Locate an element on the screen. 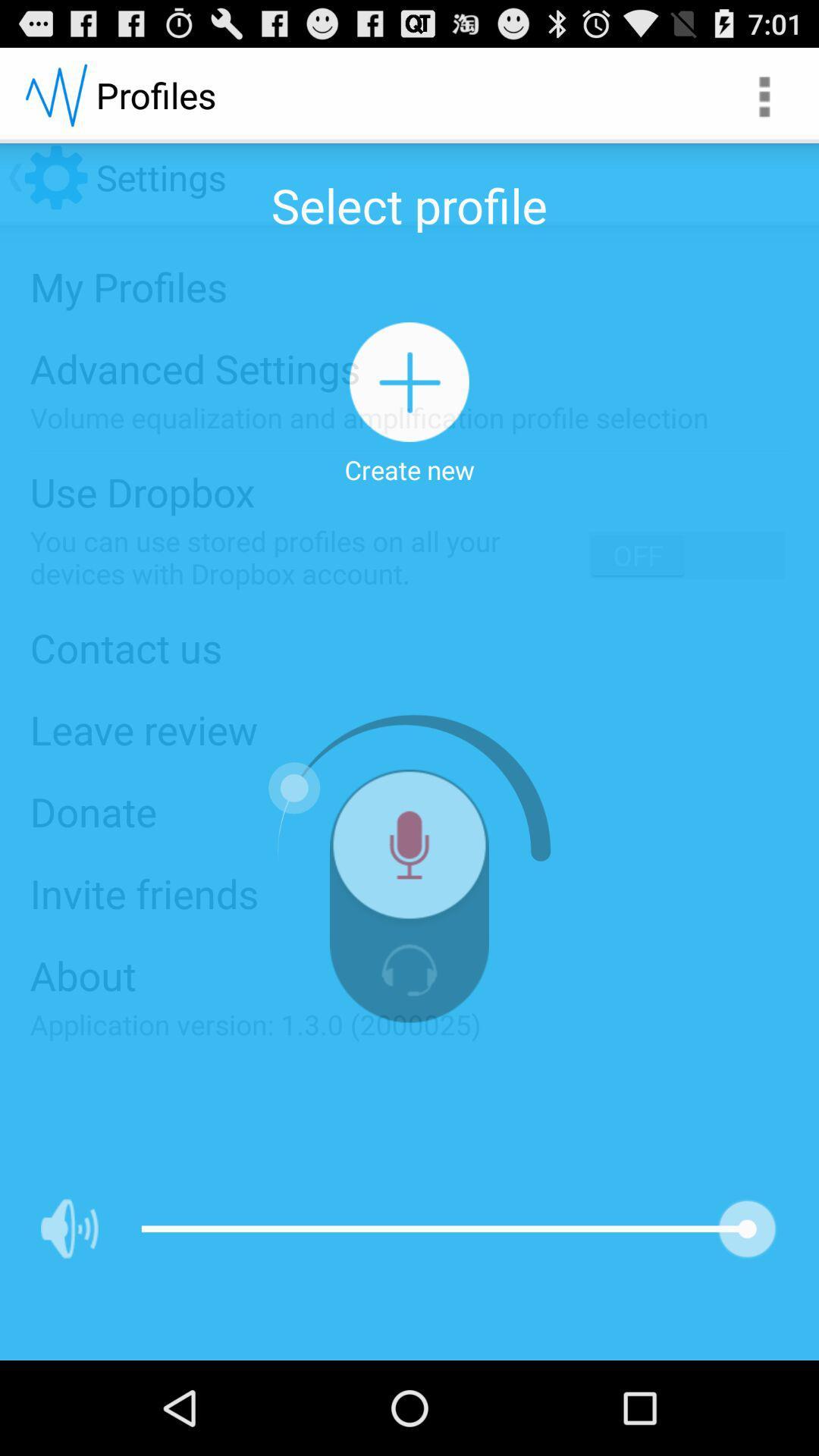 The width and height of the screenshot is (819, 1456). volume is located at coordinates (70, 1228).